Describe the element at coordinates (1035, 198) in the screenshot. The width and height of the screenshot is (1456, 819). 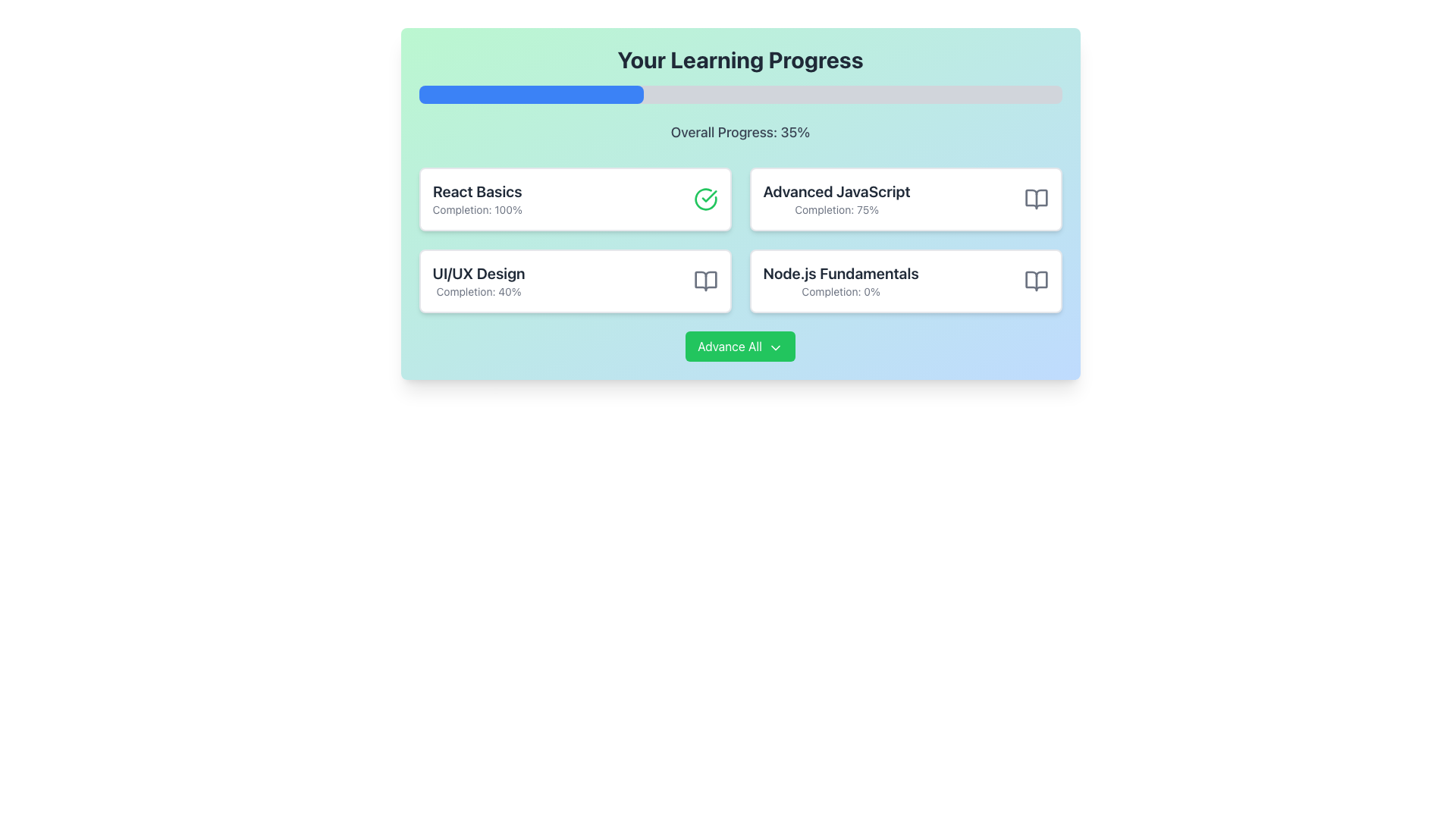
I see `the left page of the open book icon, which is part of the learning module group next to 'Advanced JavaScript'` at that location.